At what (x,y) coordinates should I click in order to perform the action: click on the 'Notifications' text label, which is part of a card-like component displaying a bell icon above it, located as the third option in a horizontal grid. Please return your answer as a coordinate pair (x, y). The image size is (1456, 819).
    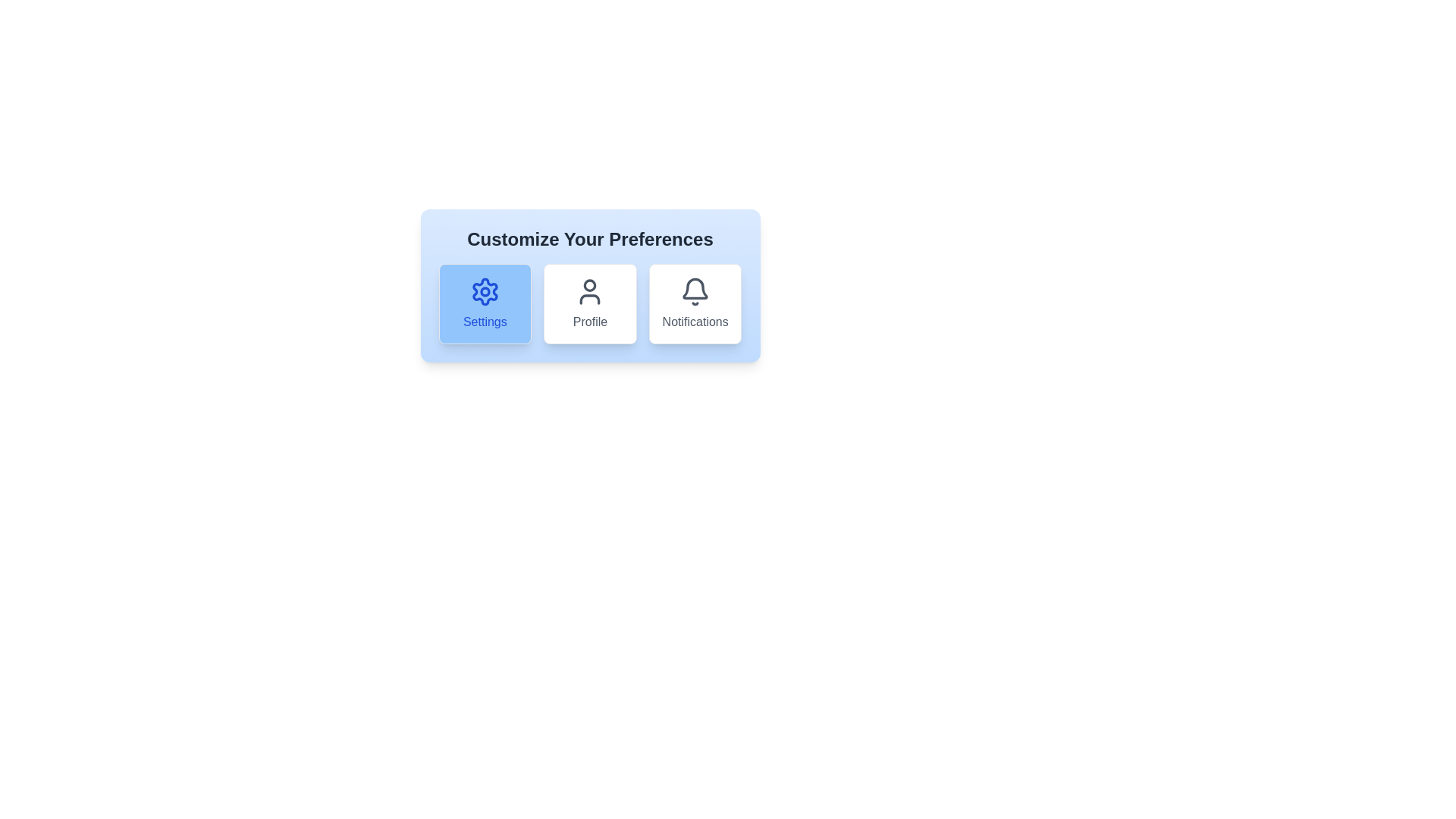
    Looking at the image, I should click on (695, 321).